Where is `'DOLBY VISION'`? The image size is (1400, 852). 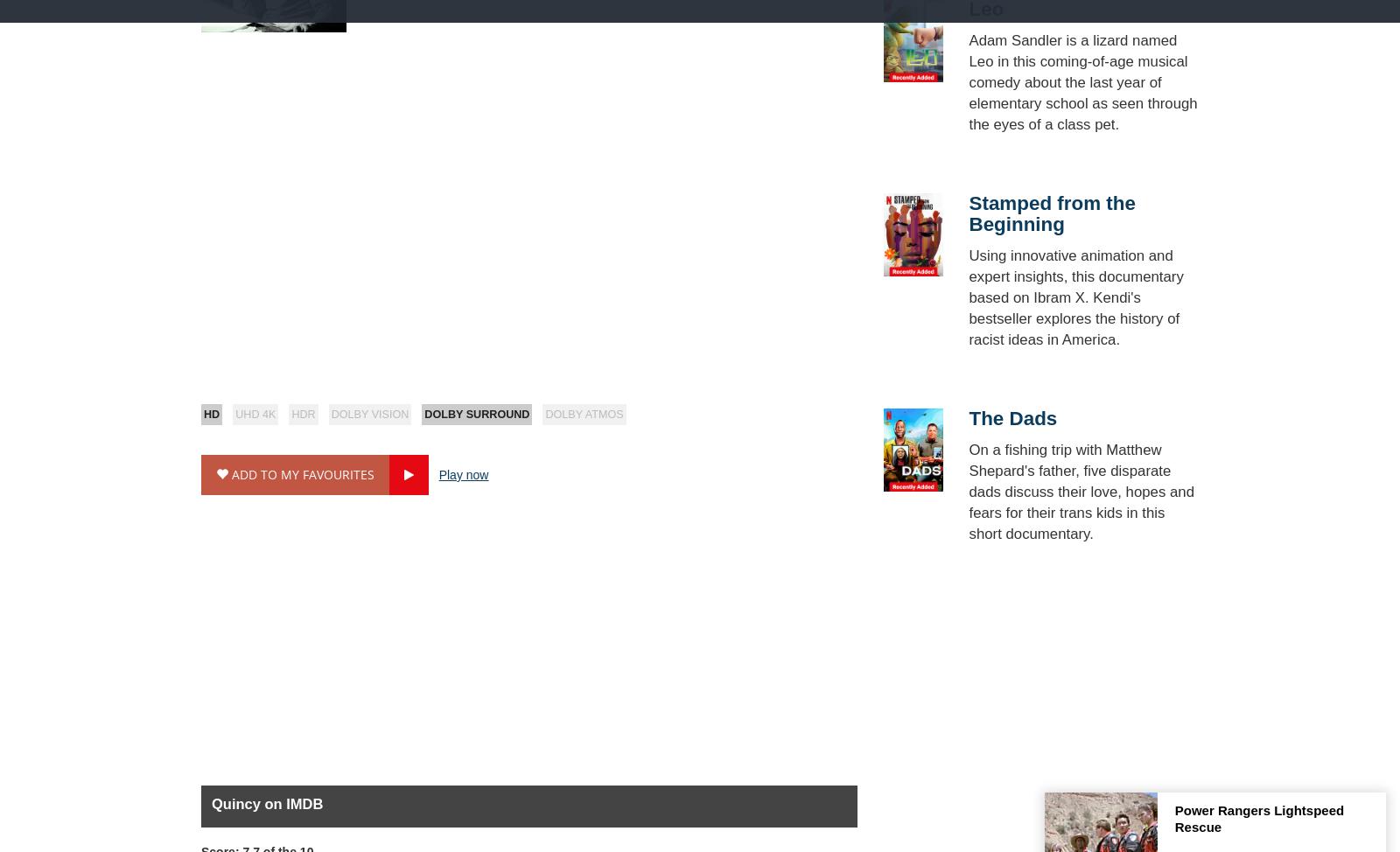
'DOLBY VISION' is located at coordinates (330, 414).